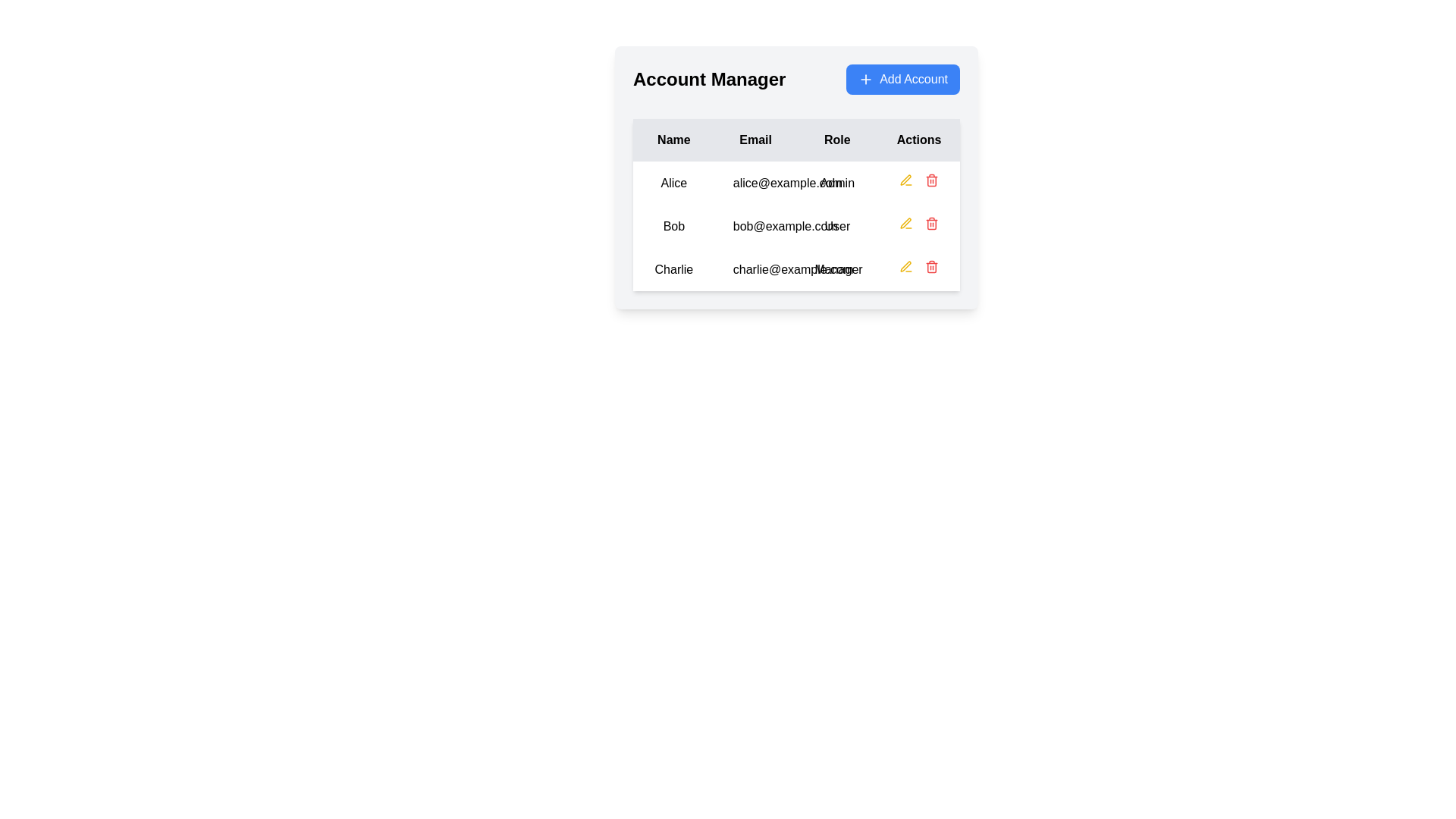 The image size is (1456, 819). What do you see at coordinates (795, 226) in the screenshot?
I see `the second row of the user information table that contains 'Bob', 'bob@example.com', and 'User'` at bounding box center [795, 226].